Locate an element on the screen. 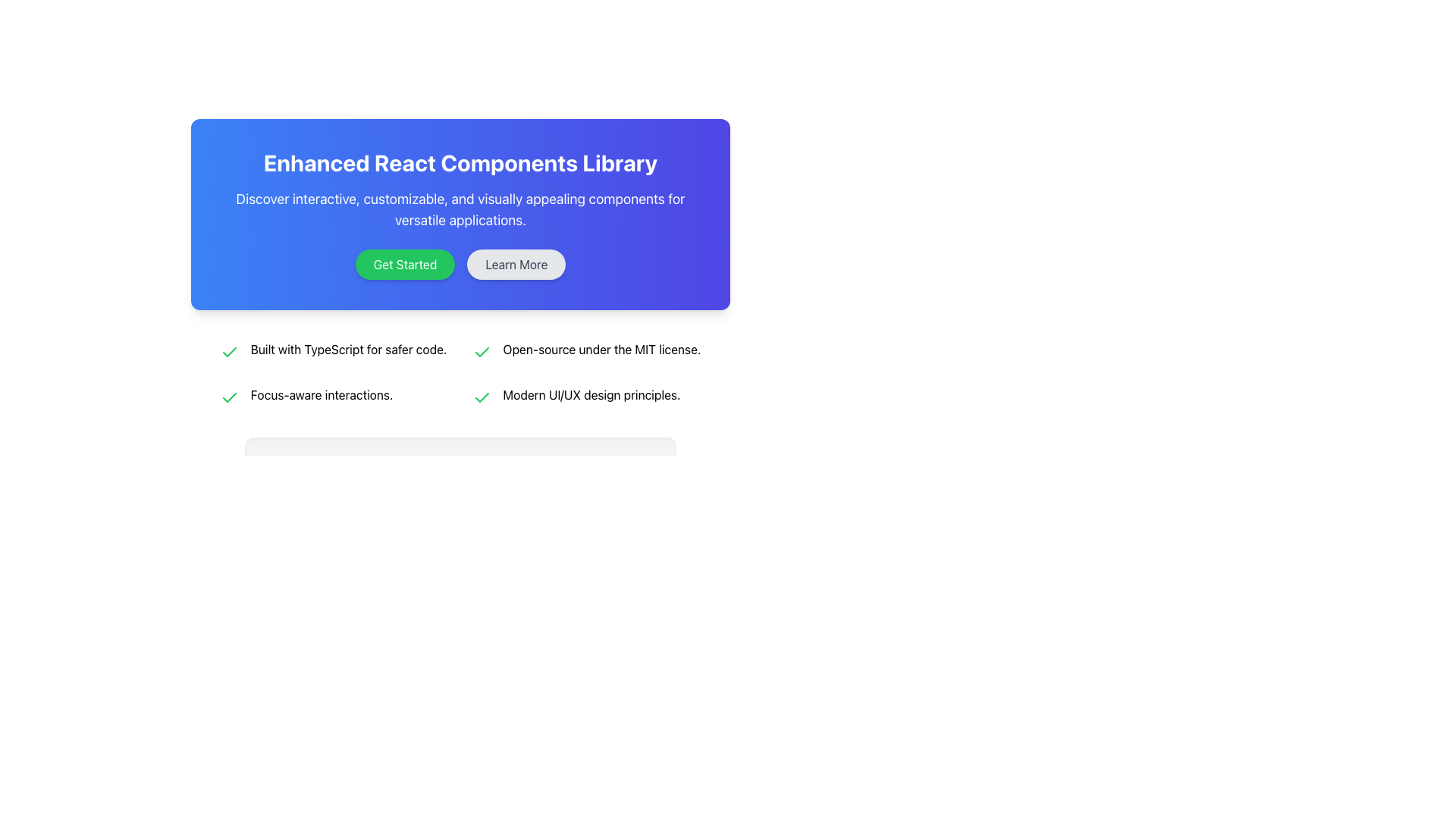 Image resolution: width=1456 pixels, height=819 pixels. the green checkmark icon that symbolizes confirmed features, located next to the text 'Focus-aware interactions' in the vertical list of icons is located at coordinates (228, 352).